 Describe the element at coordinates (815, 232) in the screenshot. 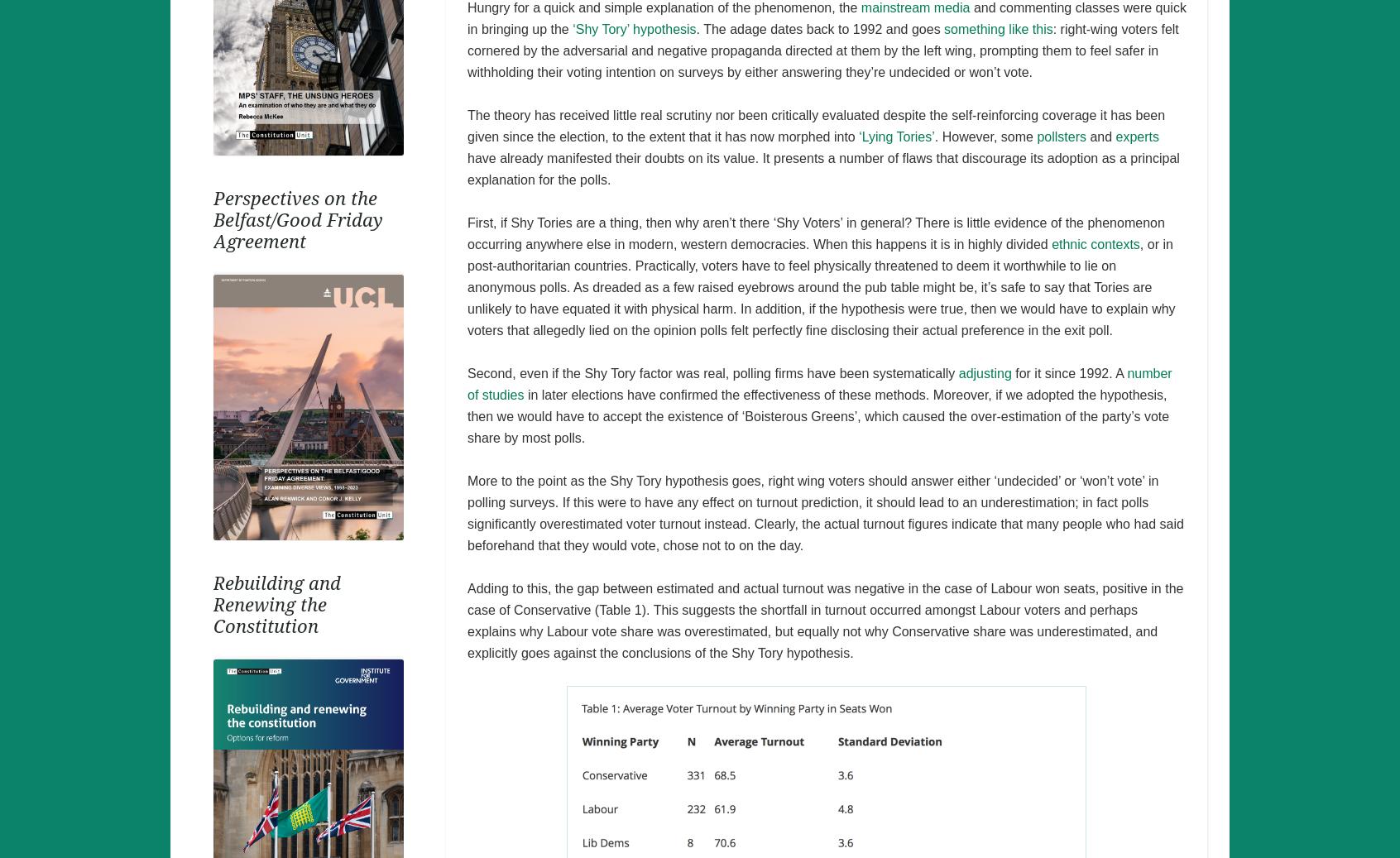

I see `'First, if Shy Tories are a thing, then why aren’t there ‘Shy Voters’ in general? There is little evidence of the phenomenon occurring anywhere else in modern, western democracies. When this happens it is in highly divided'` at that location.